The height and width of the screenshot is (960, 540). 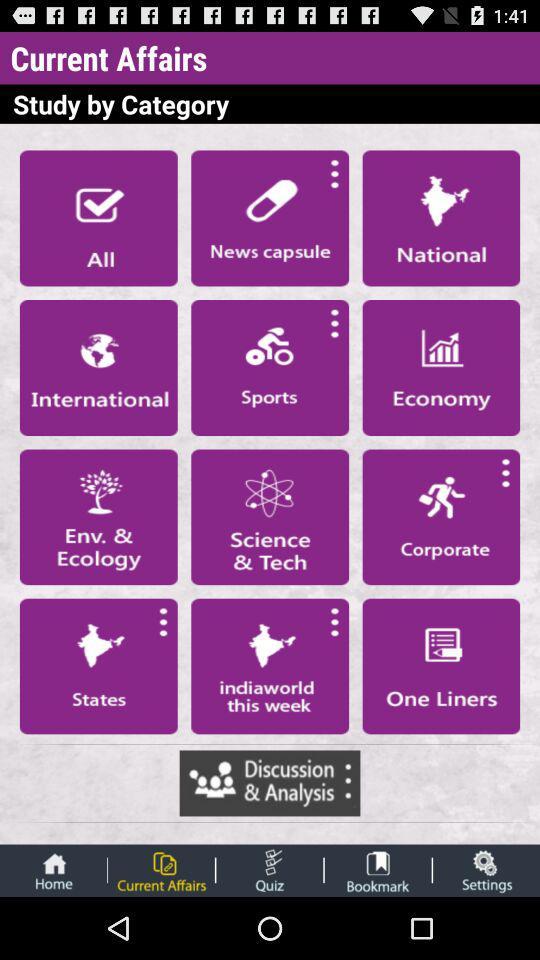 I want to click on click for option, so click(x=441, y=666).